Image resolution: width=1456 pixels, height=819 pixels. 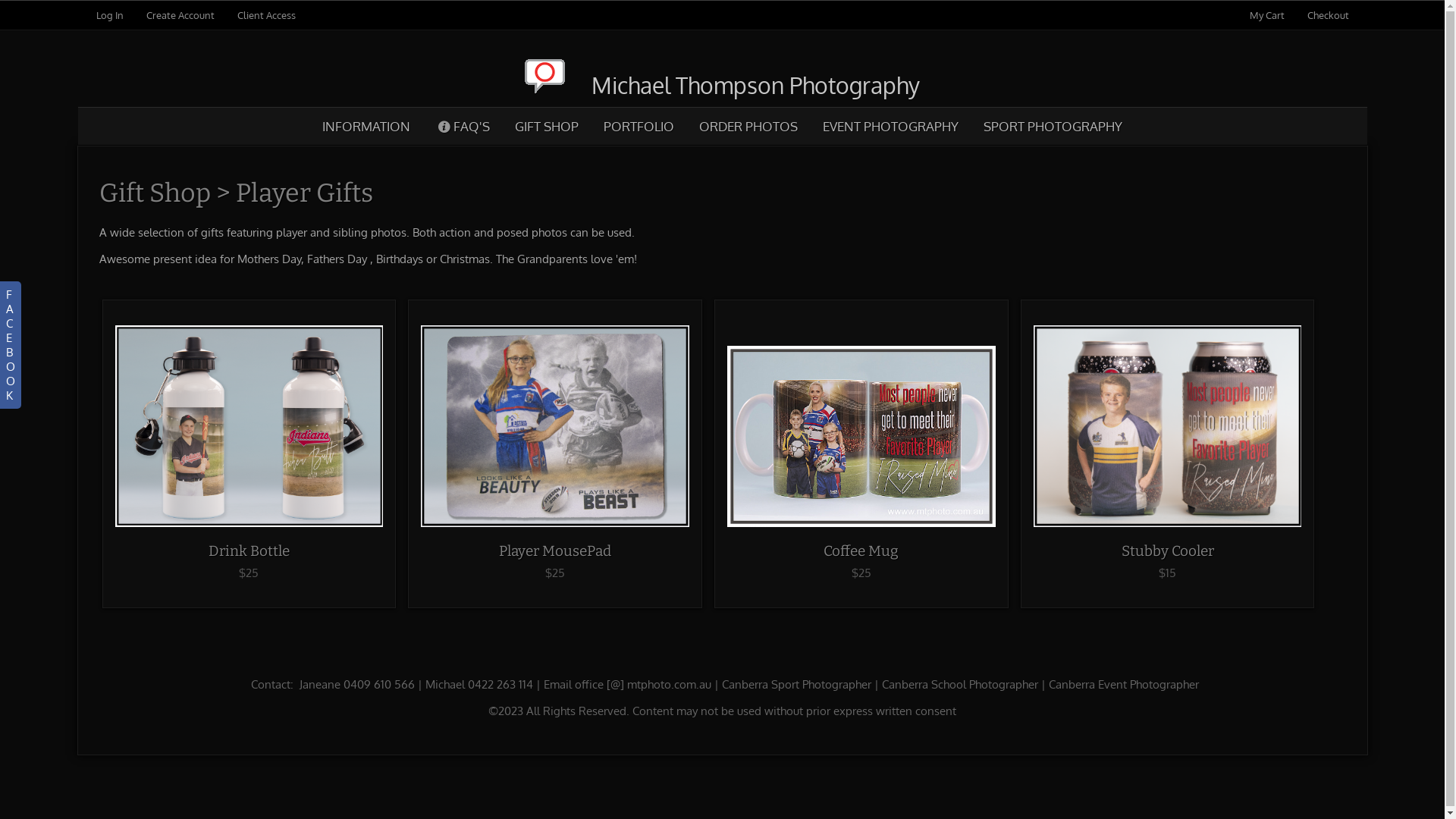 I want to click on 'SPORT PHOTOGRAPHY', so click(x=1051, y=125).